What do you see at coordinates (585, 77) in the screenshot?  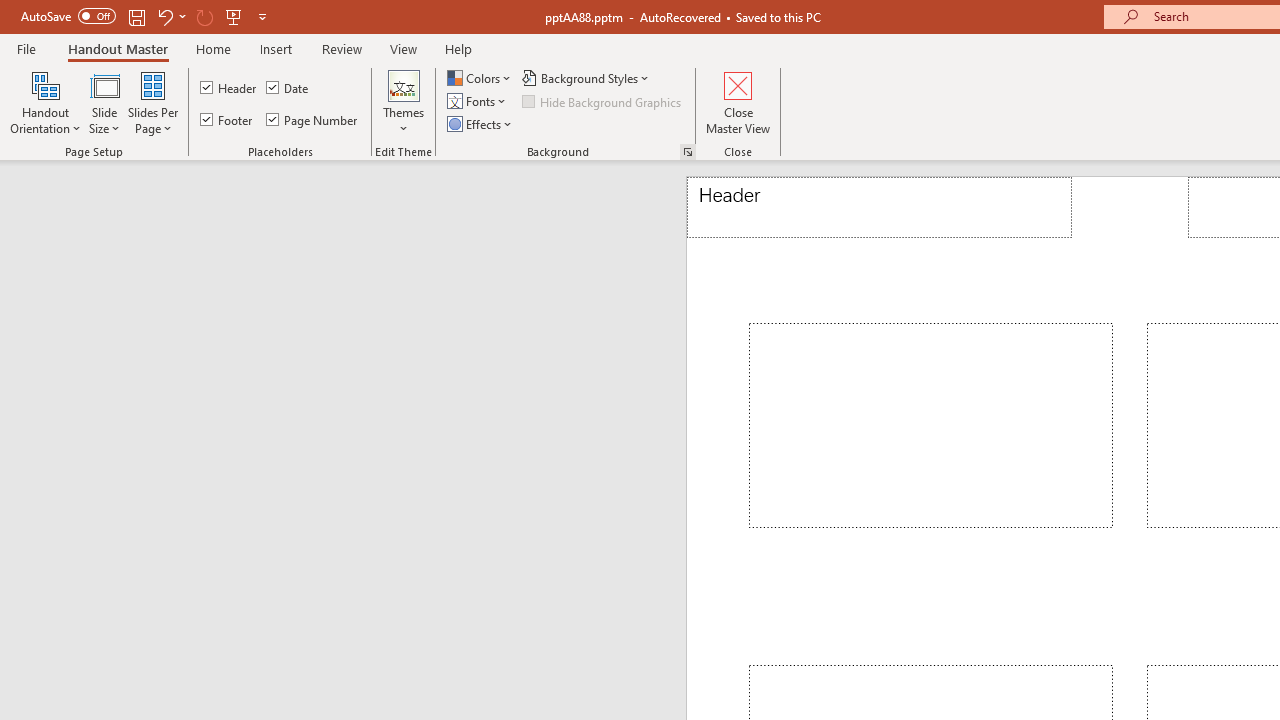 I see `'Background Styles'` at bounding box center [585, 77].